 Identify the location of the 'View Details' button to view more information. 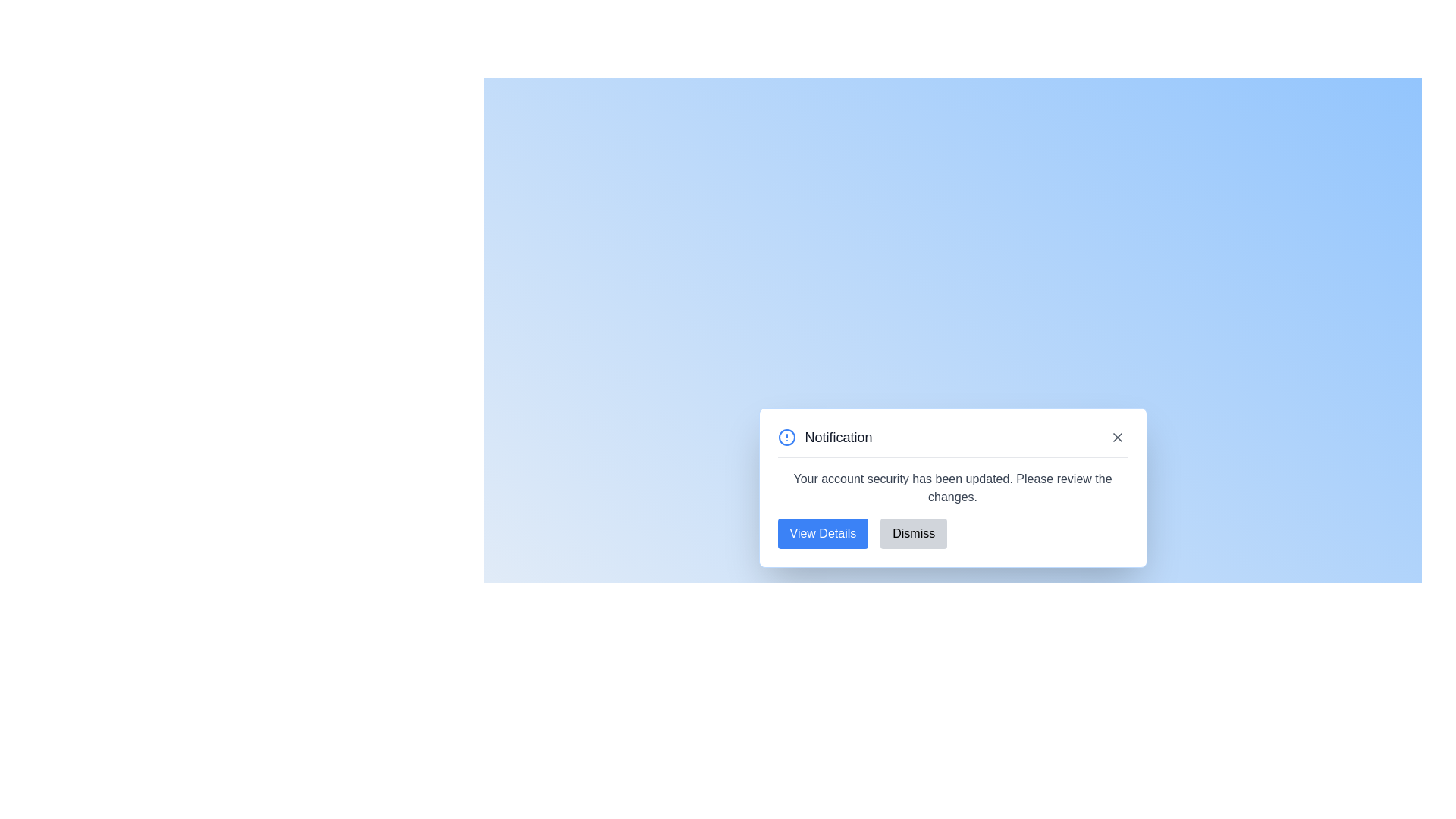
(822, 532).